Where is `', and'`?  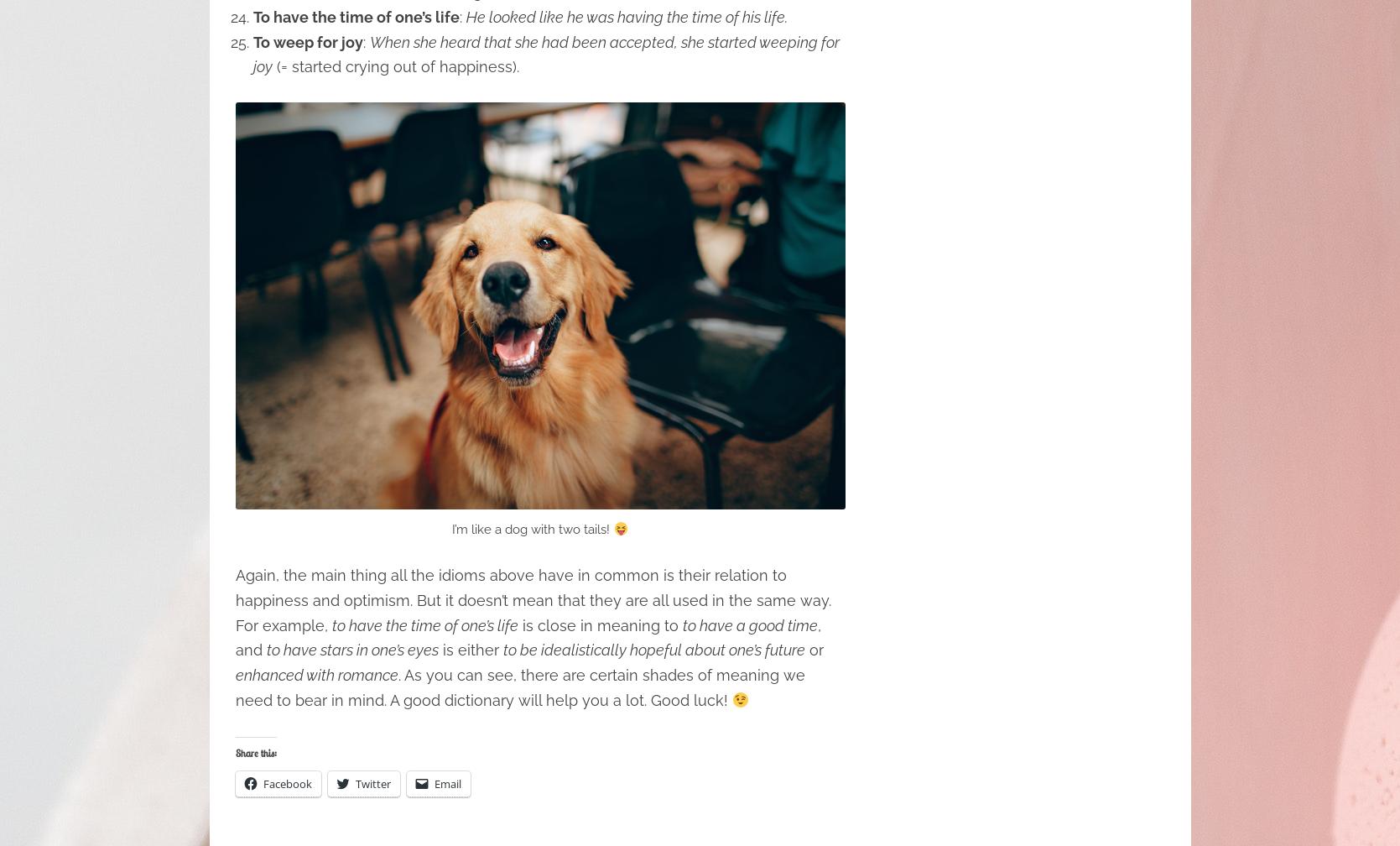 ', and' is located at coordinates (528, 637).